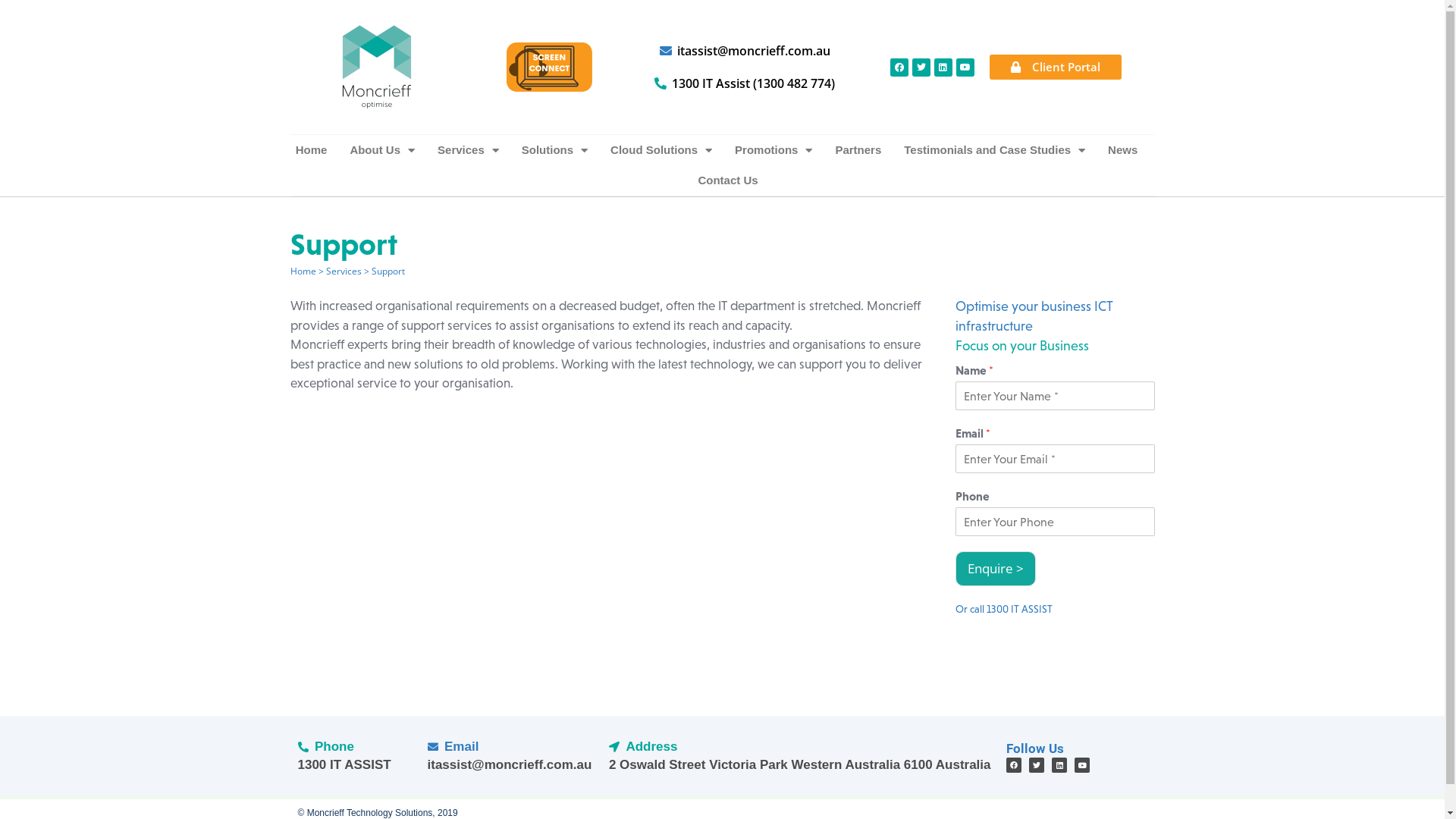 The image size is (1456, 819). Describe the element at coordinates (382, 149) in the screenshot. I see `'About Us'` at that location.